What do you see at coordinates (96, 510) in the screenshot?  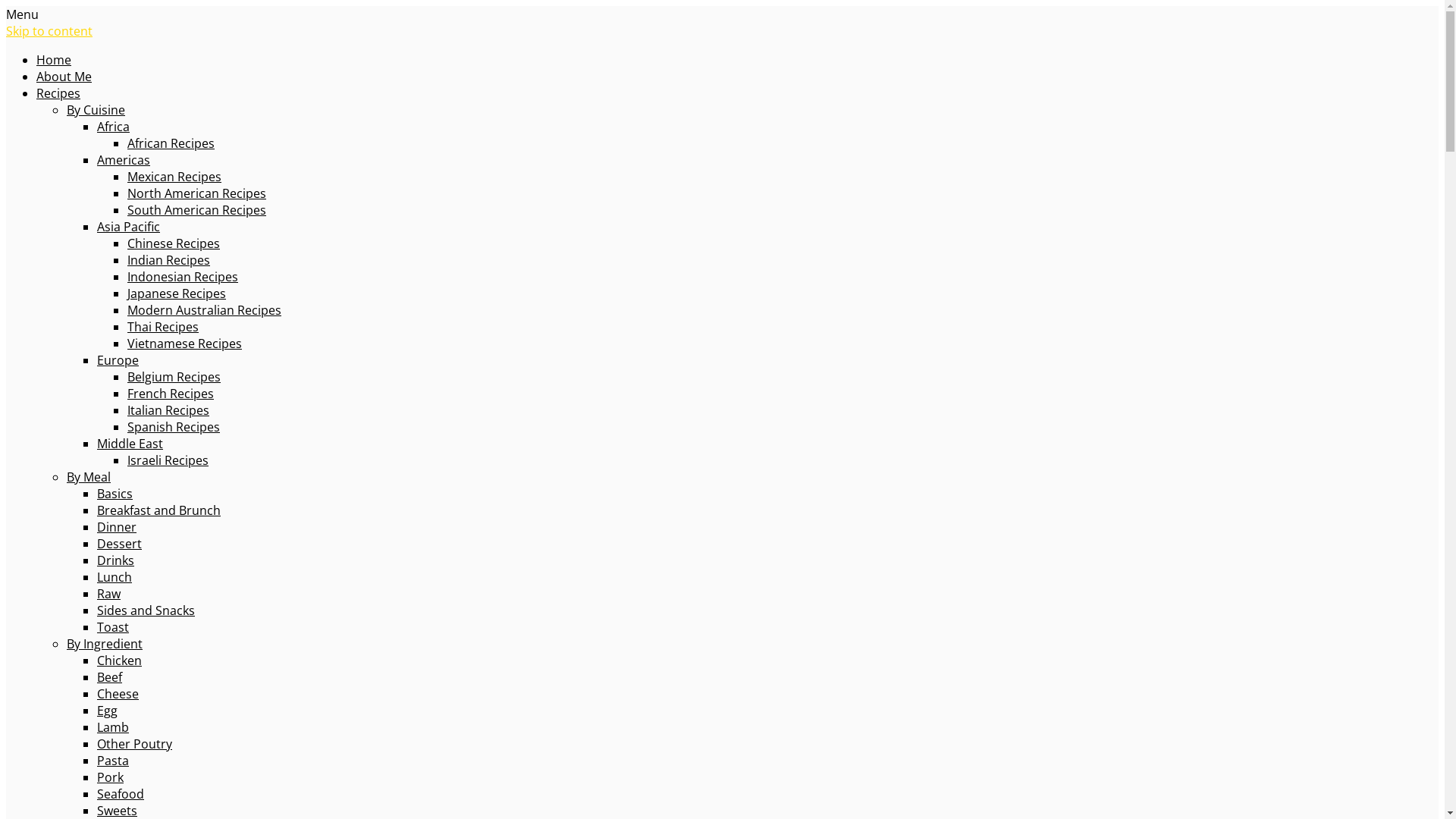 I see `'Breakfast and Brunch'` at bounding box center [96, 510].